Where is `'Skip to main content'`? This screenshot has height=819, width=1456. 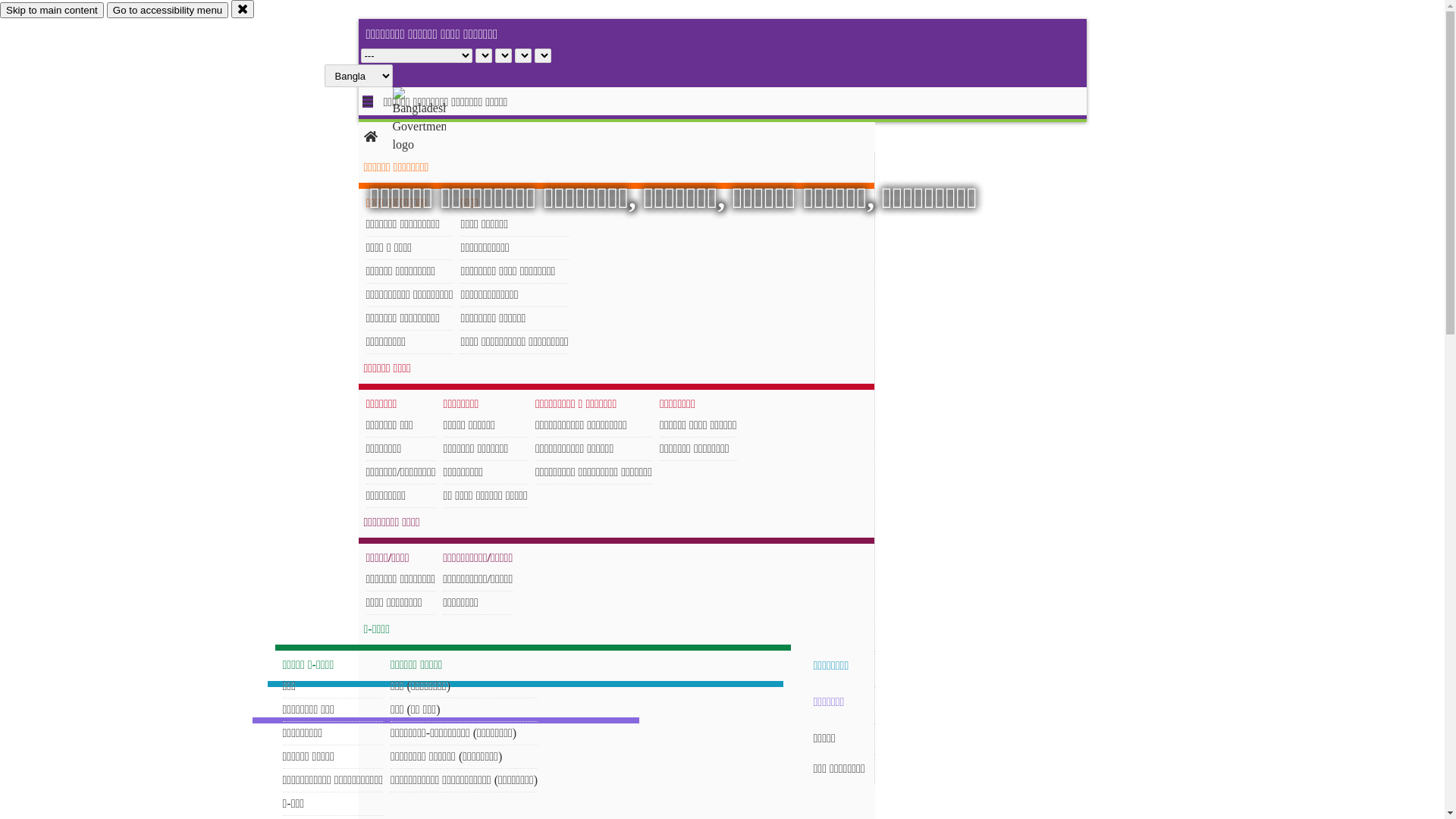 'Skip to main content' is located at coordinates (0, 10).